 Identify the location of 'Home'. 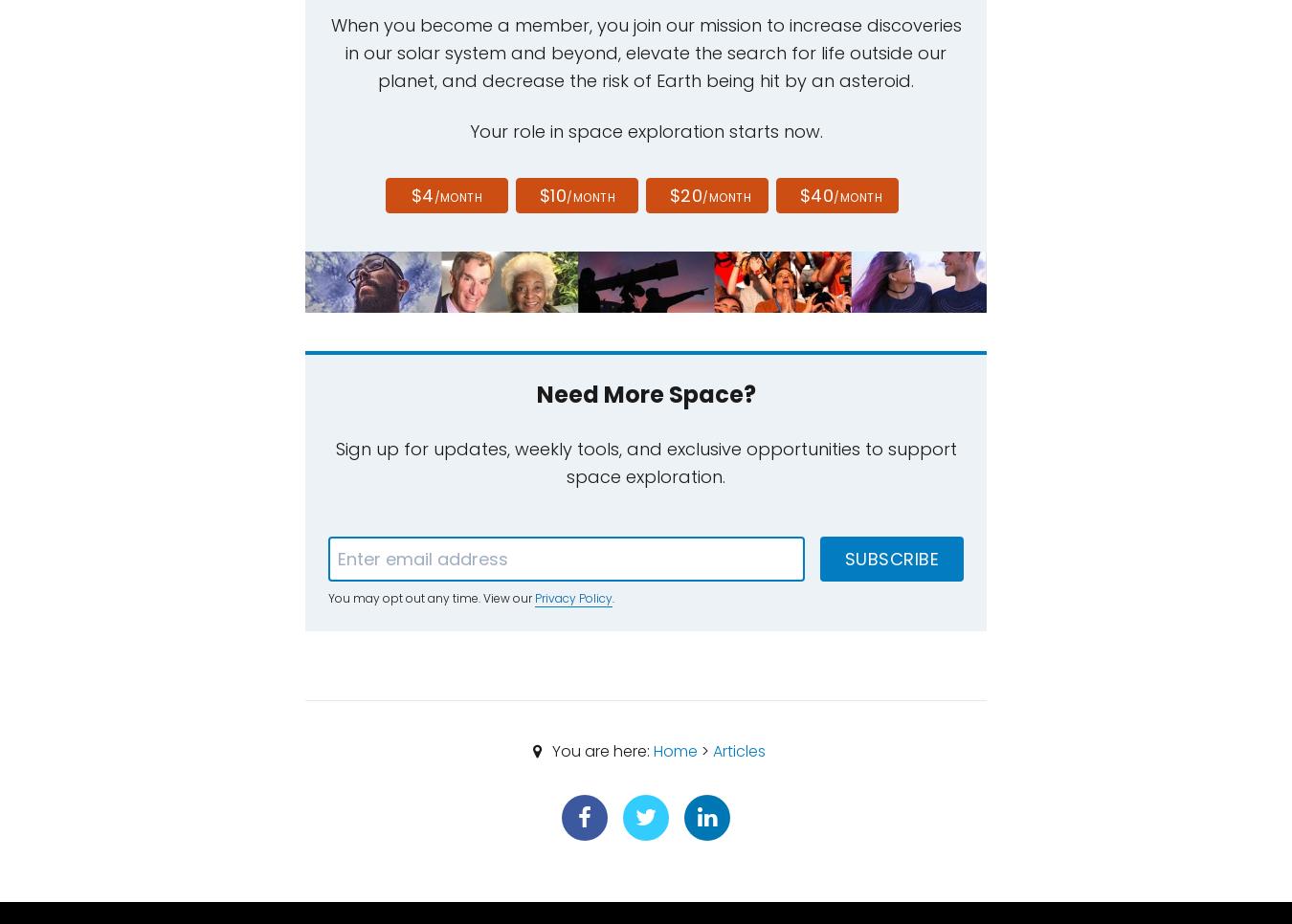
(673, 749).